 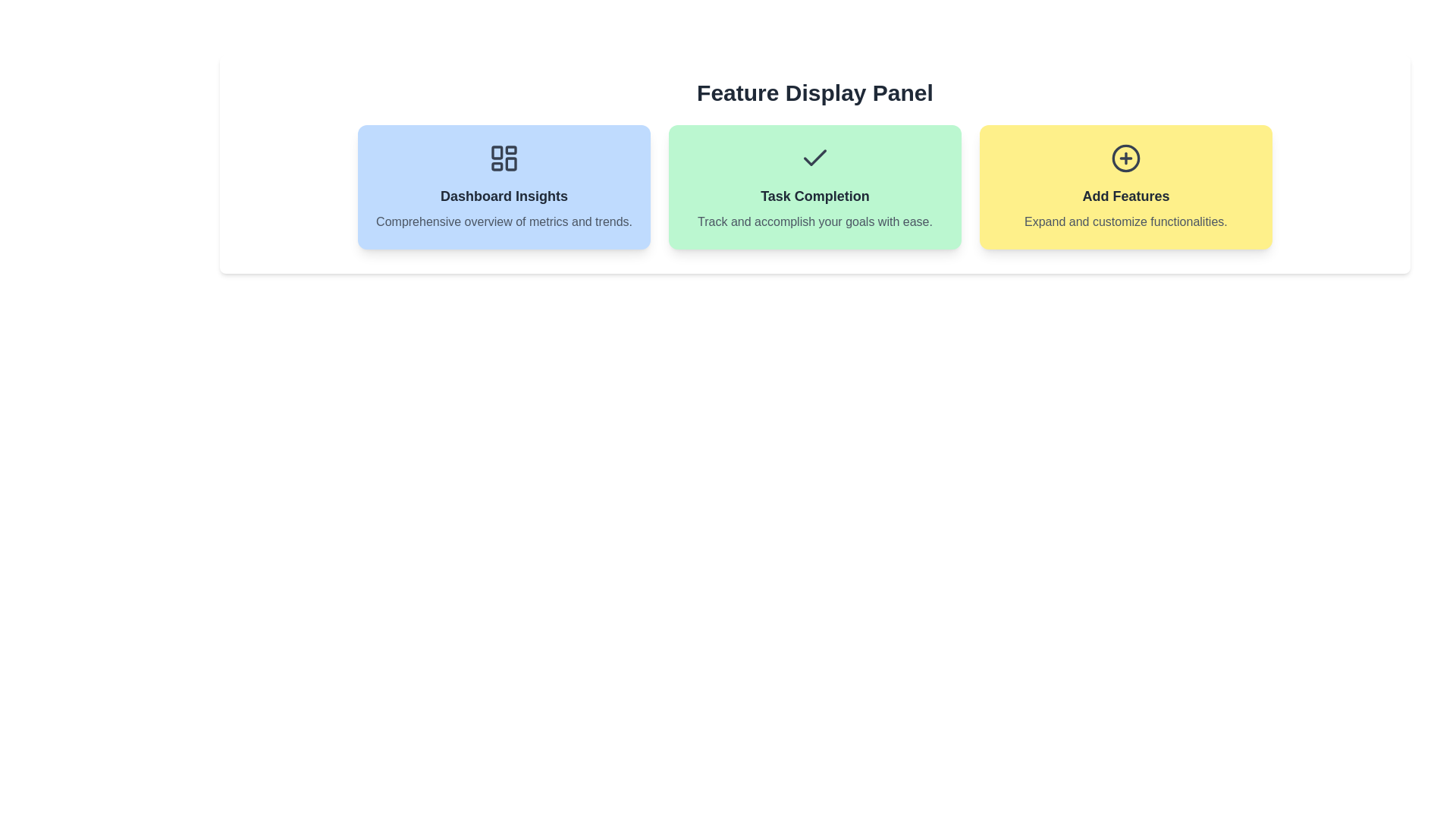 I want to click on the 'Add Features' text element, which is displayed in bold, sans-serif font on a yellow background, located on the far right of a three-card arrangement, so click(x=1125, y=195).